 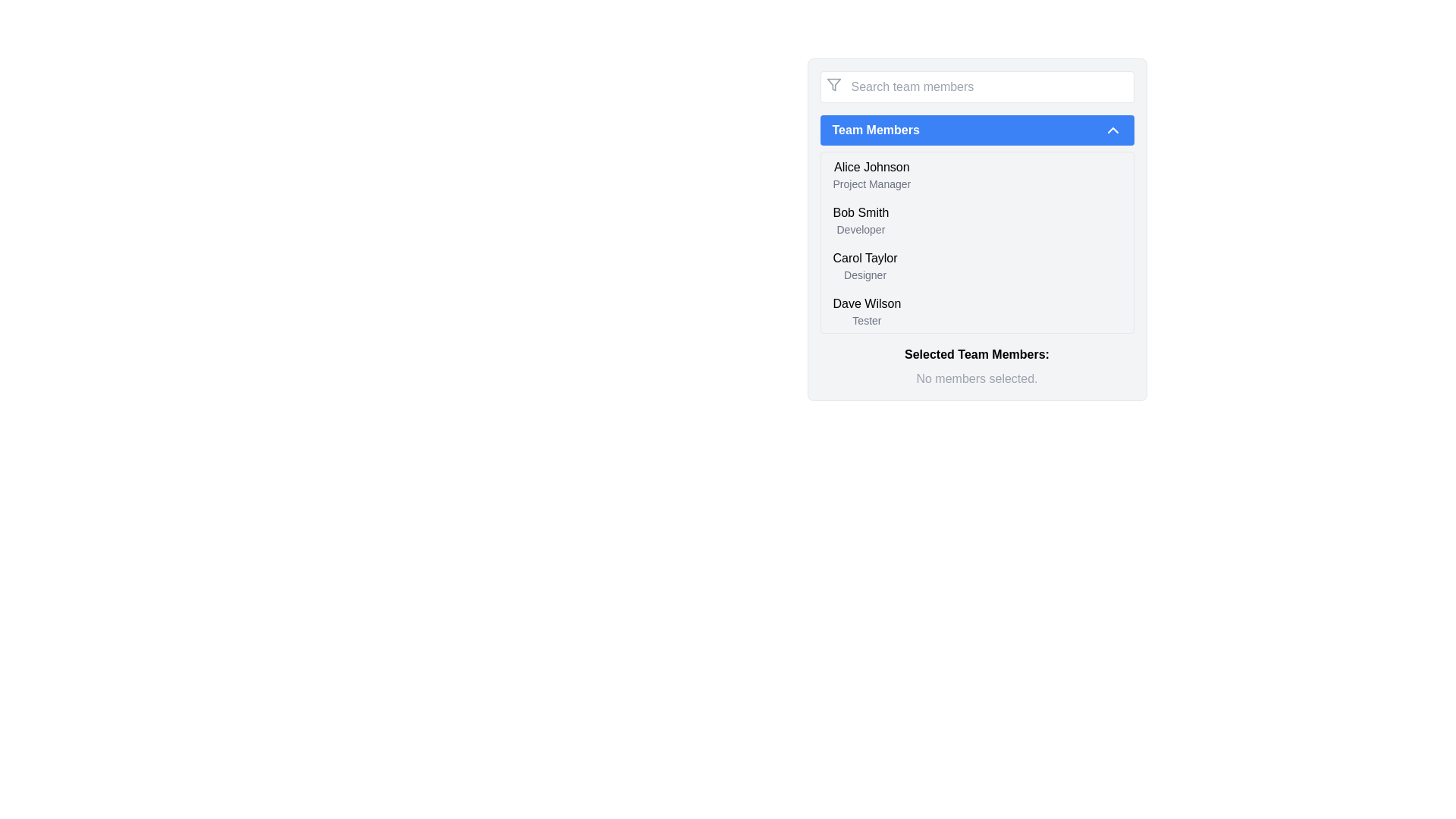 I want to click on the Text label displaying the role of the team member 'Bob Smith', which is positioned directly below his name in the 'Team Members' list, so click(x=861, y=230).